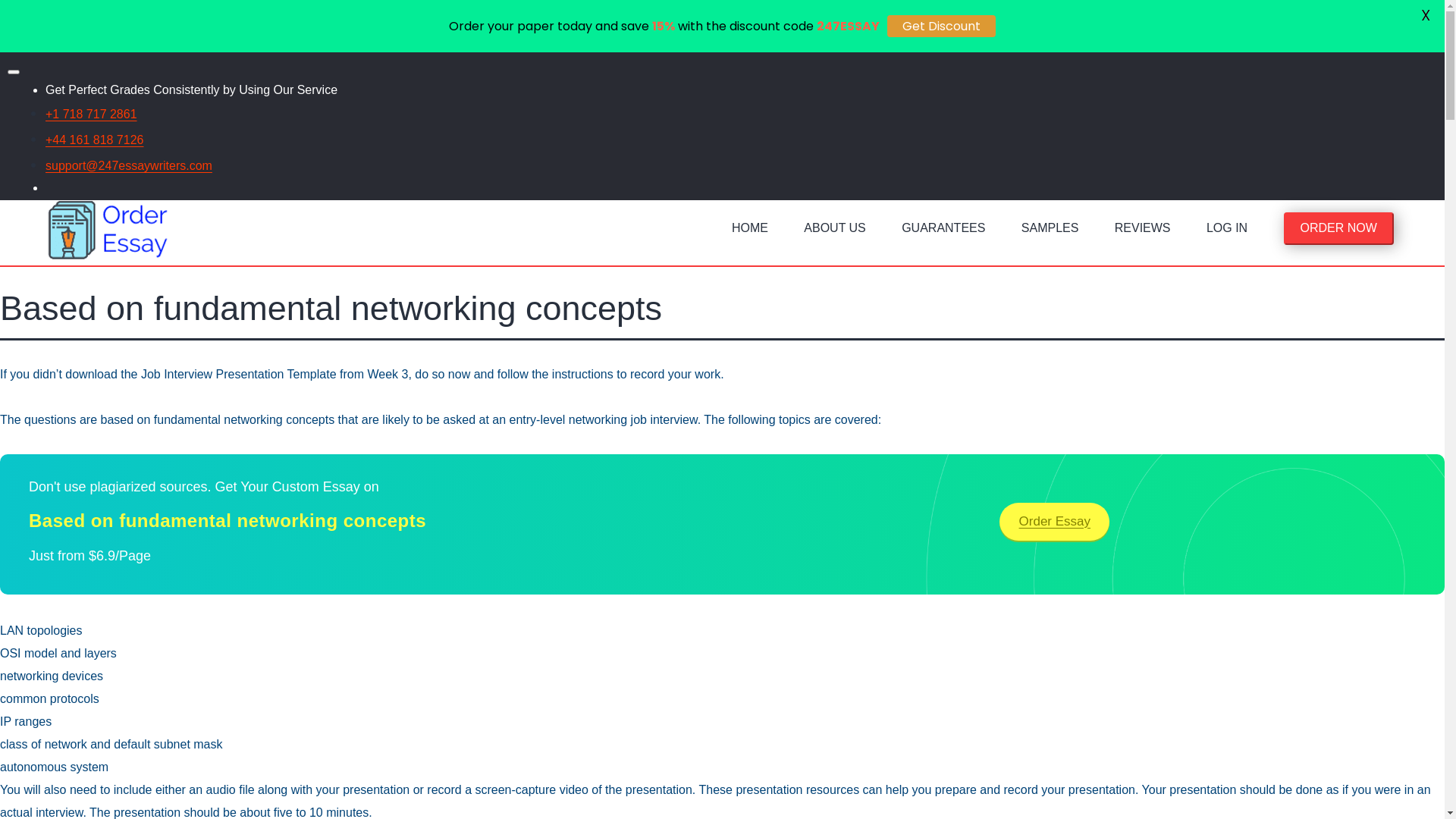 The width and height of the screenshot is (1456, 819). What do you see at coordinates (1143, 232) in the screenshot?
I see `'REVIEWS'` at bounding box center [1143, 232].